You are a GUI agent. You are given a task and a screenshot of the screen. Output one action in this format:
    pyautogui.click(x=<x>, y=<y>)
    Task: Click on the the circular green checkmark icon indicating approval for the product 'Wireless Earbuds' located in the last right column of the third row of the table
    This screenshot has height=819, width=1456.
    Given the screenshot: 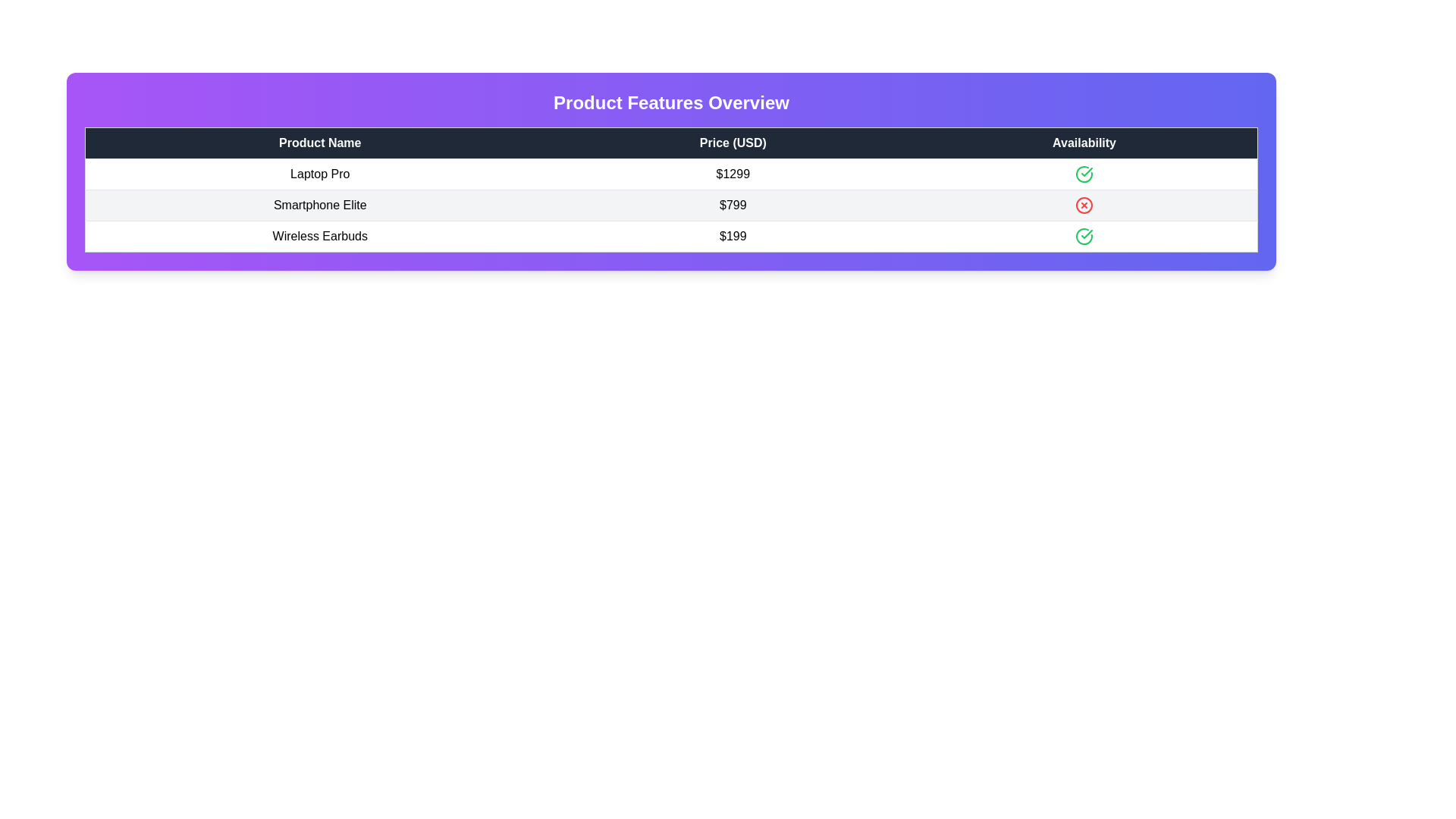 What is the action you would take?
    pyautogui.click(x=1084, y=237)
    